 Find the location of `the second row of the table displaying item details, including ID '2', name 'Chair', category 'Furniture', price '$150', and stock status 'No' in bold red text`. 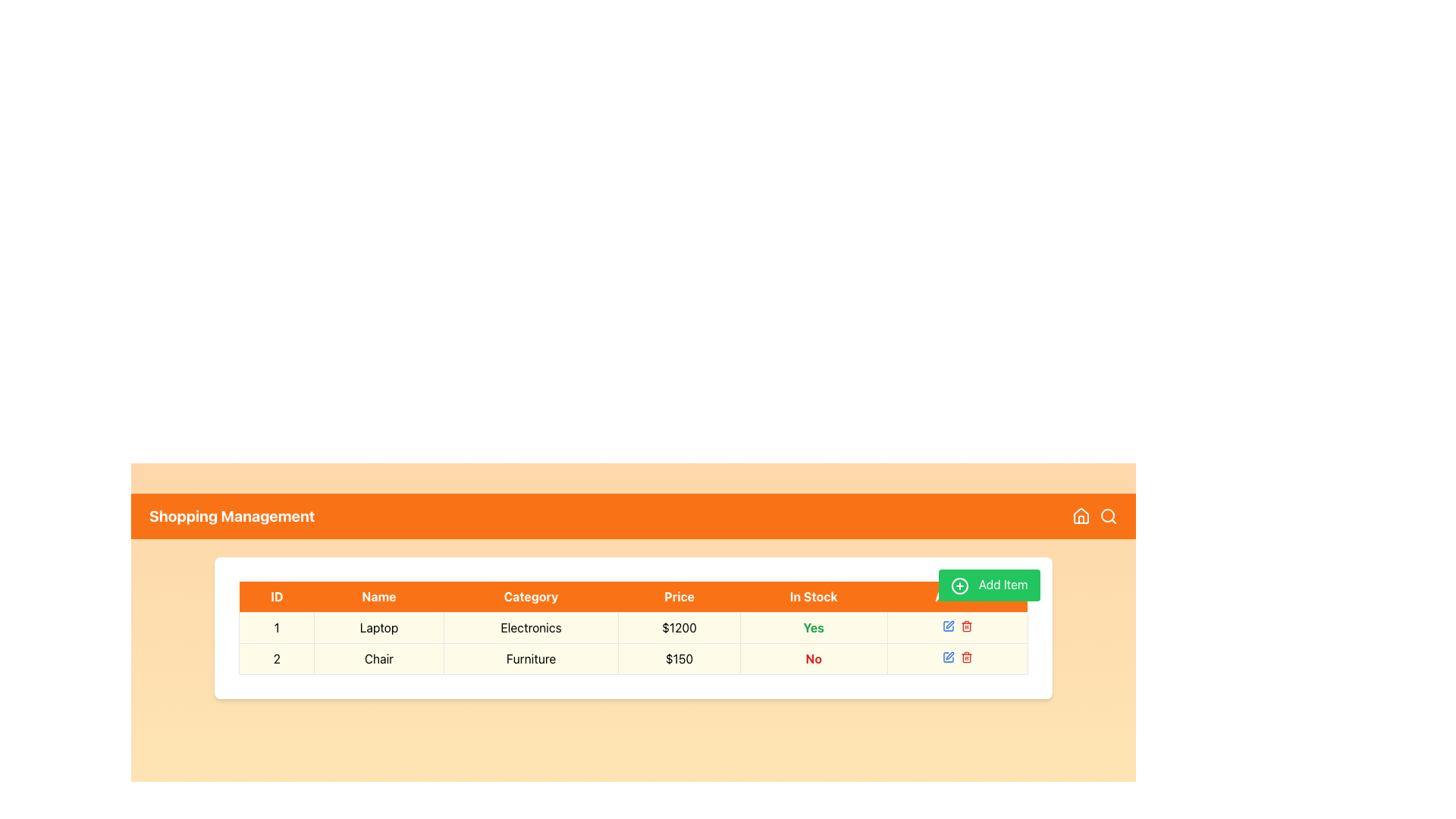

the second row of the table displaying item details, including ID '2', name 'Chair', category 'Furniture', price '$150', and stock status 'No' in bold red text is located at coordinates (633, 657).